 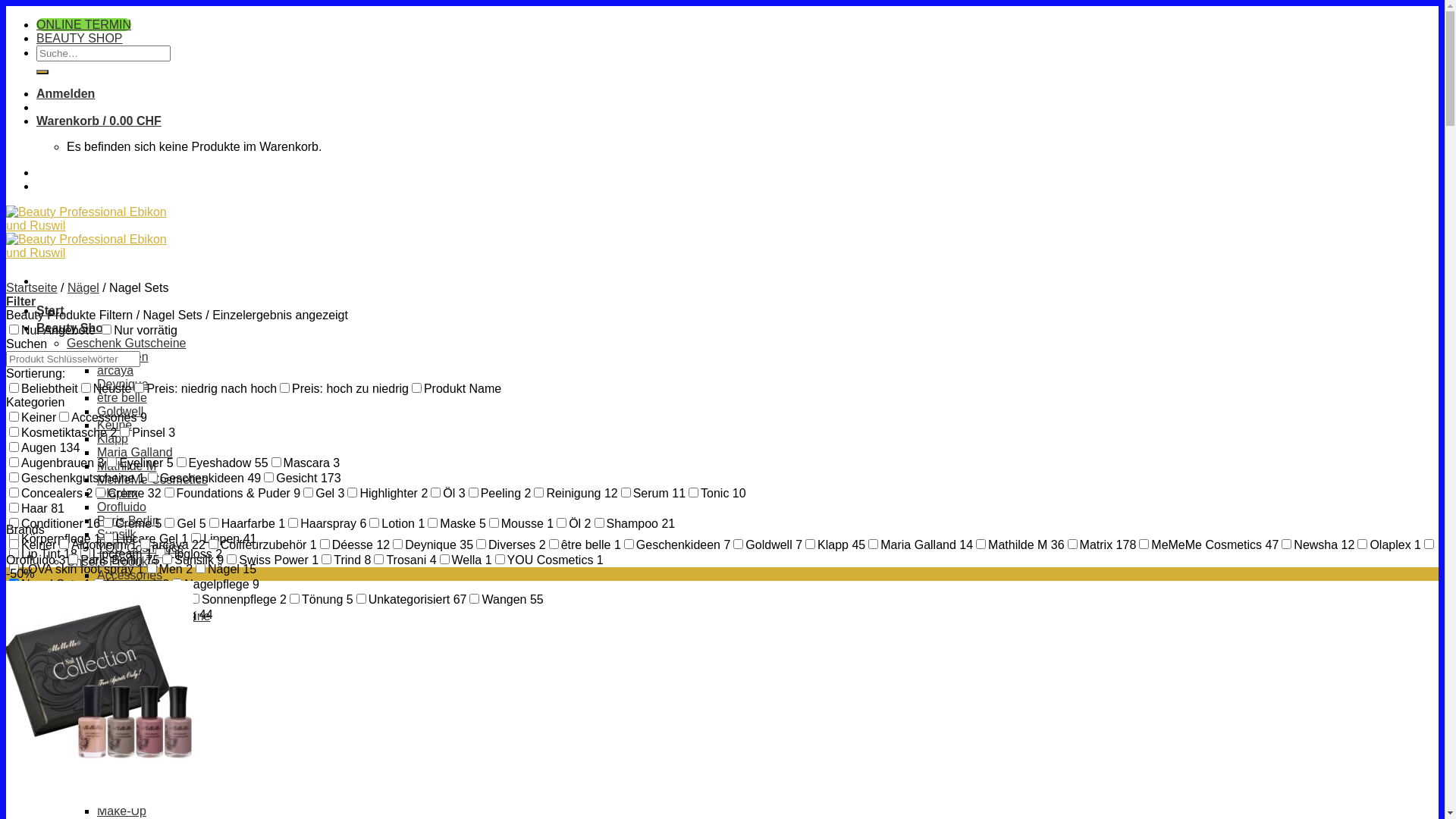 What do you see at coordinates (83, 24) in the screenshot?
I see `'ONLINE TERMIN'` at bounding box center [83, 24].